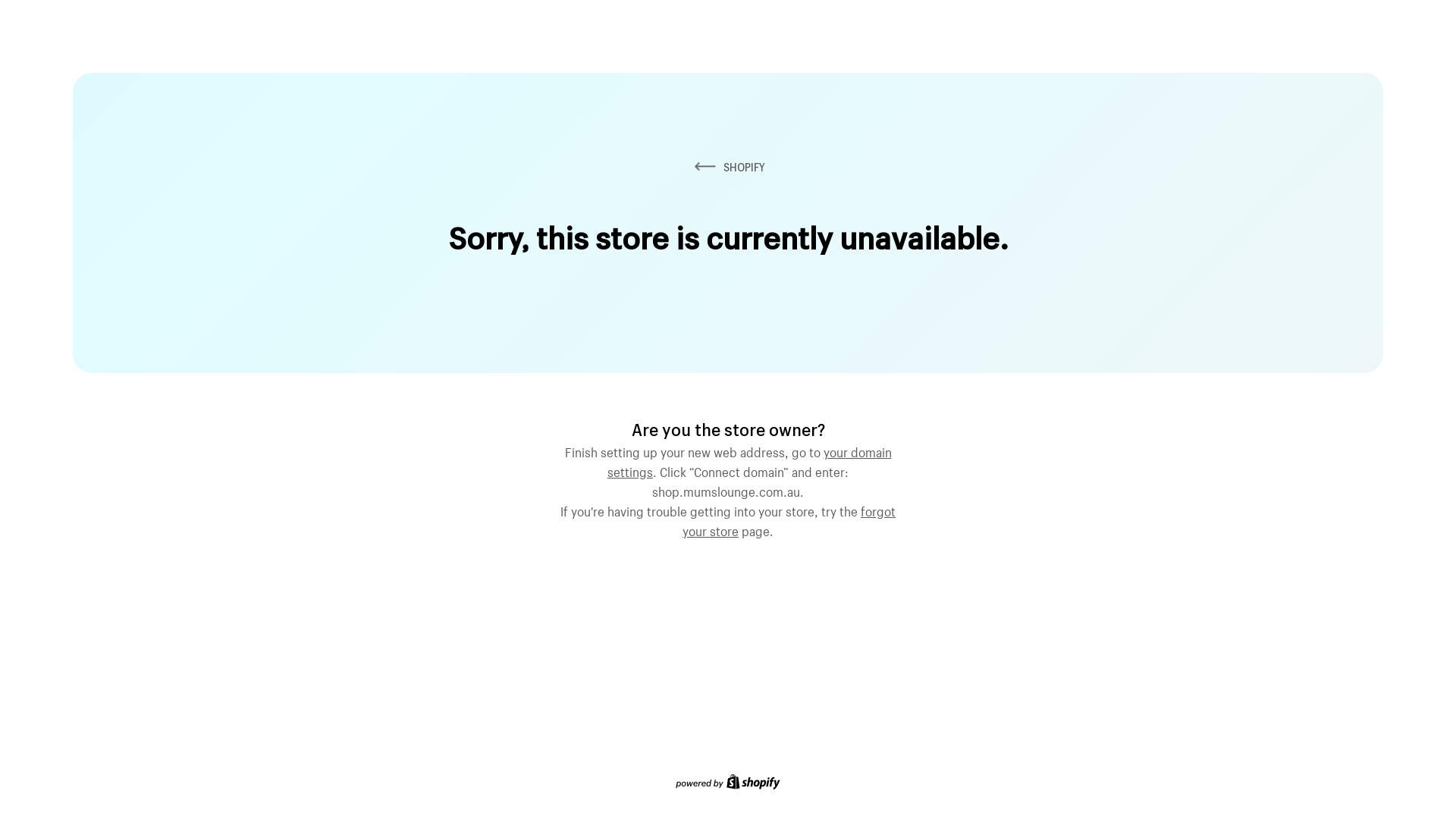  Describe the element at coordinates (749, 459) in the screenshot. I see `'your domain settings'` at that location.